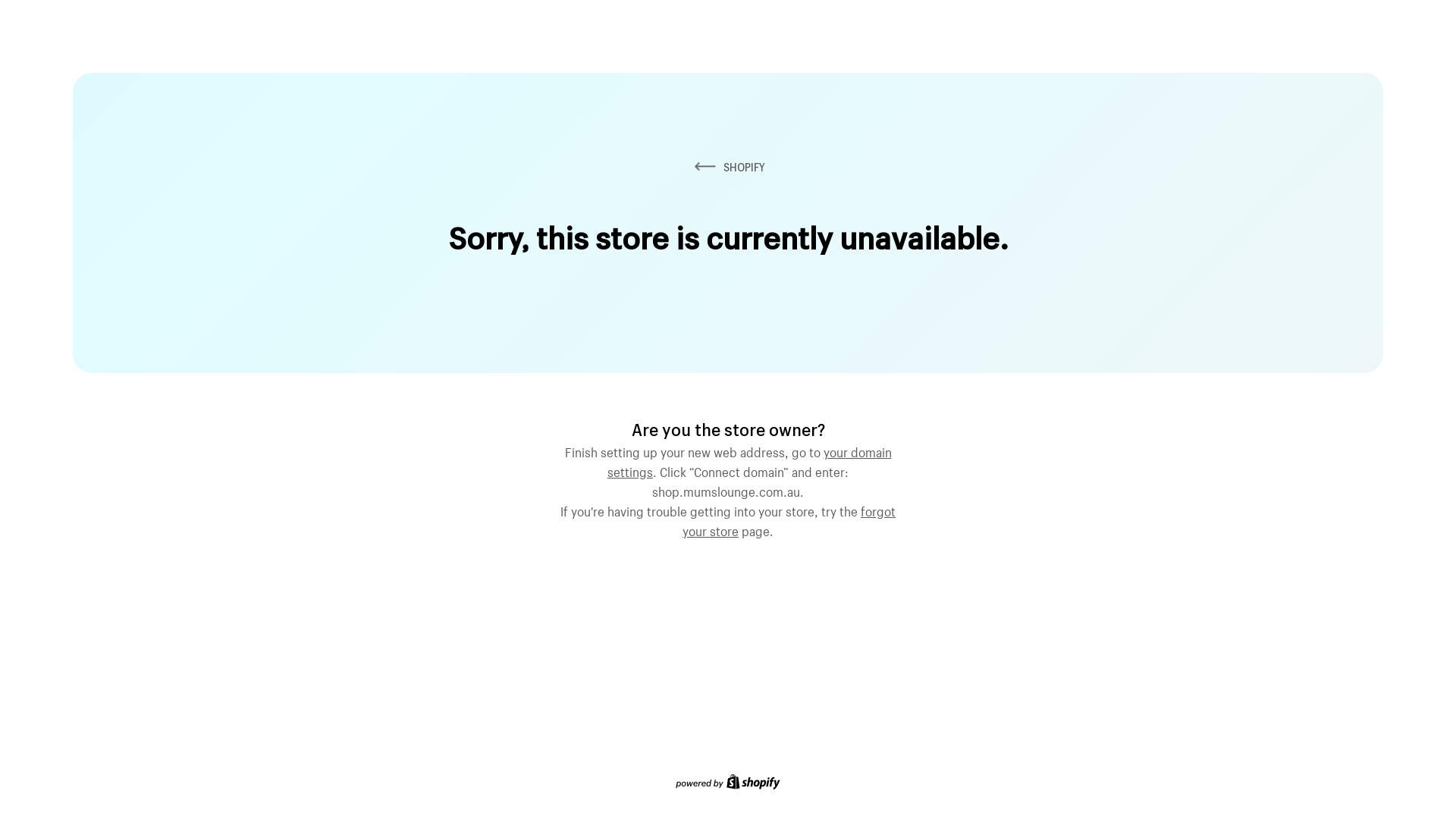  Describe the element at coordinates (749, 459) in the screenshot. I see `'your domain settings'` at that location.